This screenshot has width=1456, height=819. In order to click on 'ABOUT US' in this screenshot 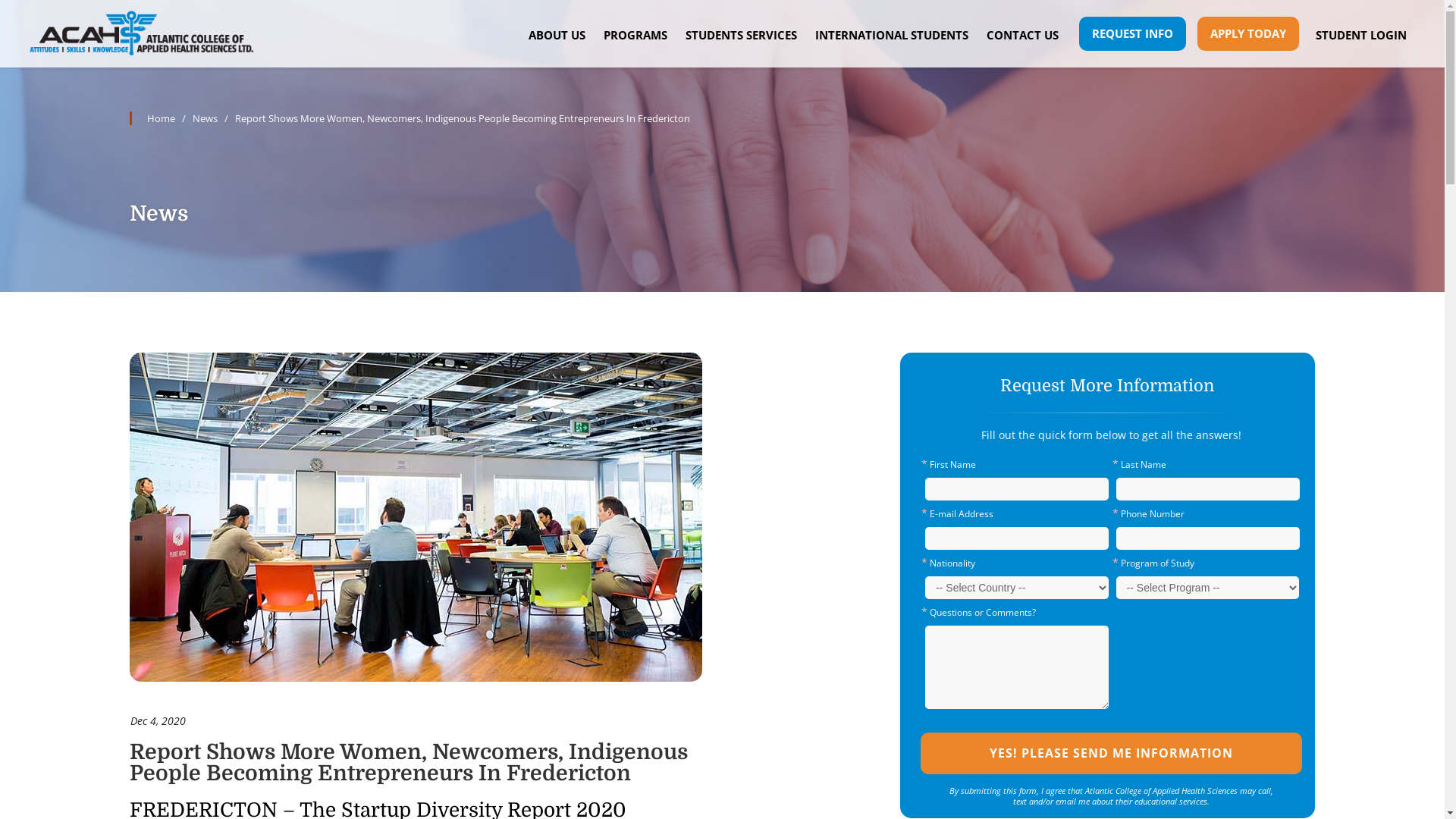, I will do `click(556, 34)`.